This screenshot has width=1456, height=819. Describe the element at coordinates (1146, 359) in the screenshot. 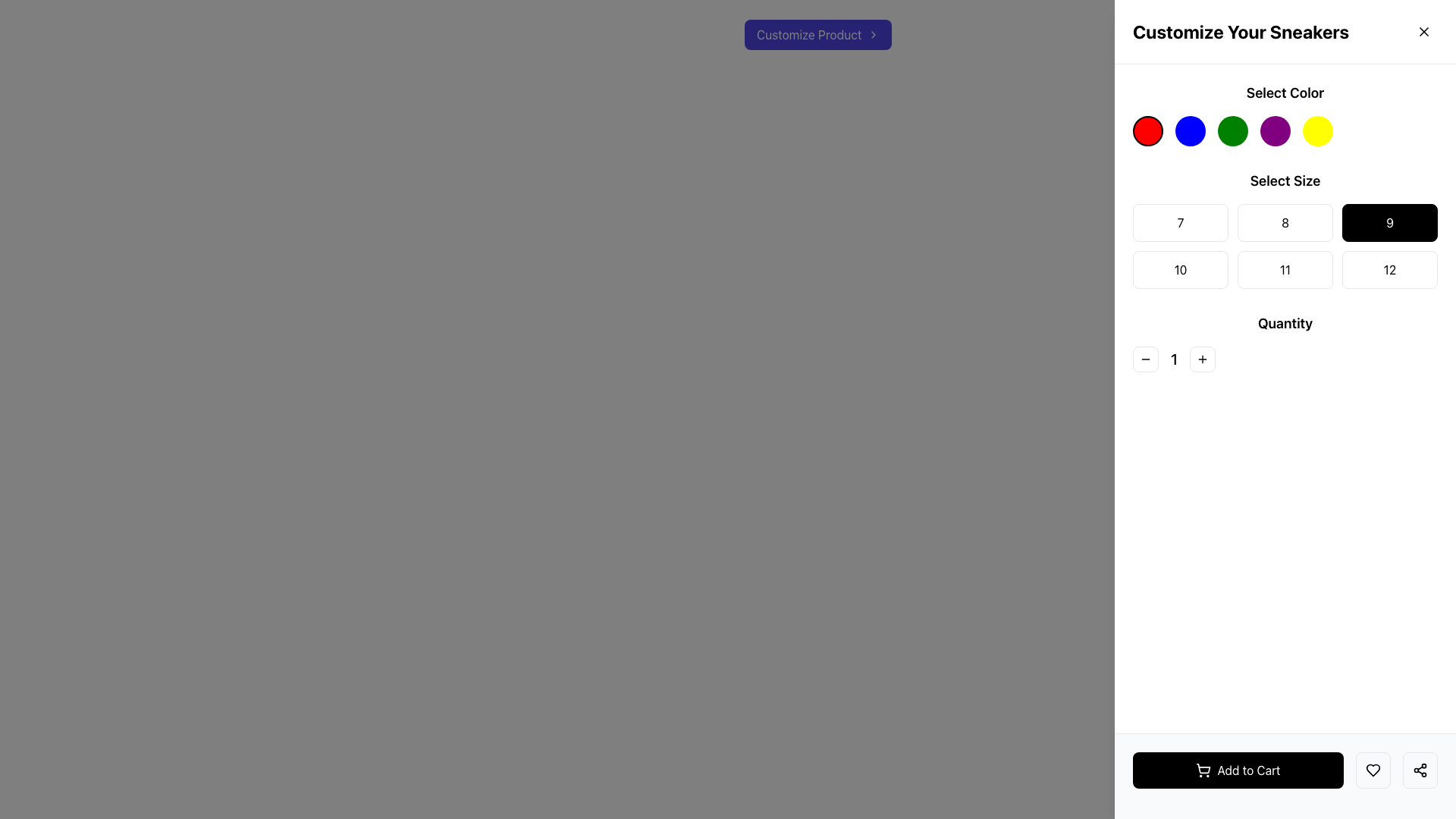

I see `the Decrement Button, which is a small icon resembling a horizontal line with rounded edges, located in the lower central part of the right panel adjacent to a numeric input field` at that location.